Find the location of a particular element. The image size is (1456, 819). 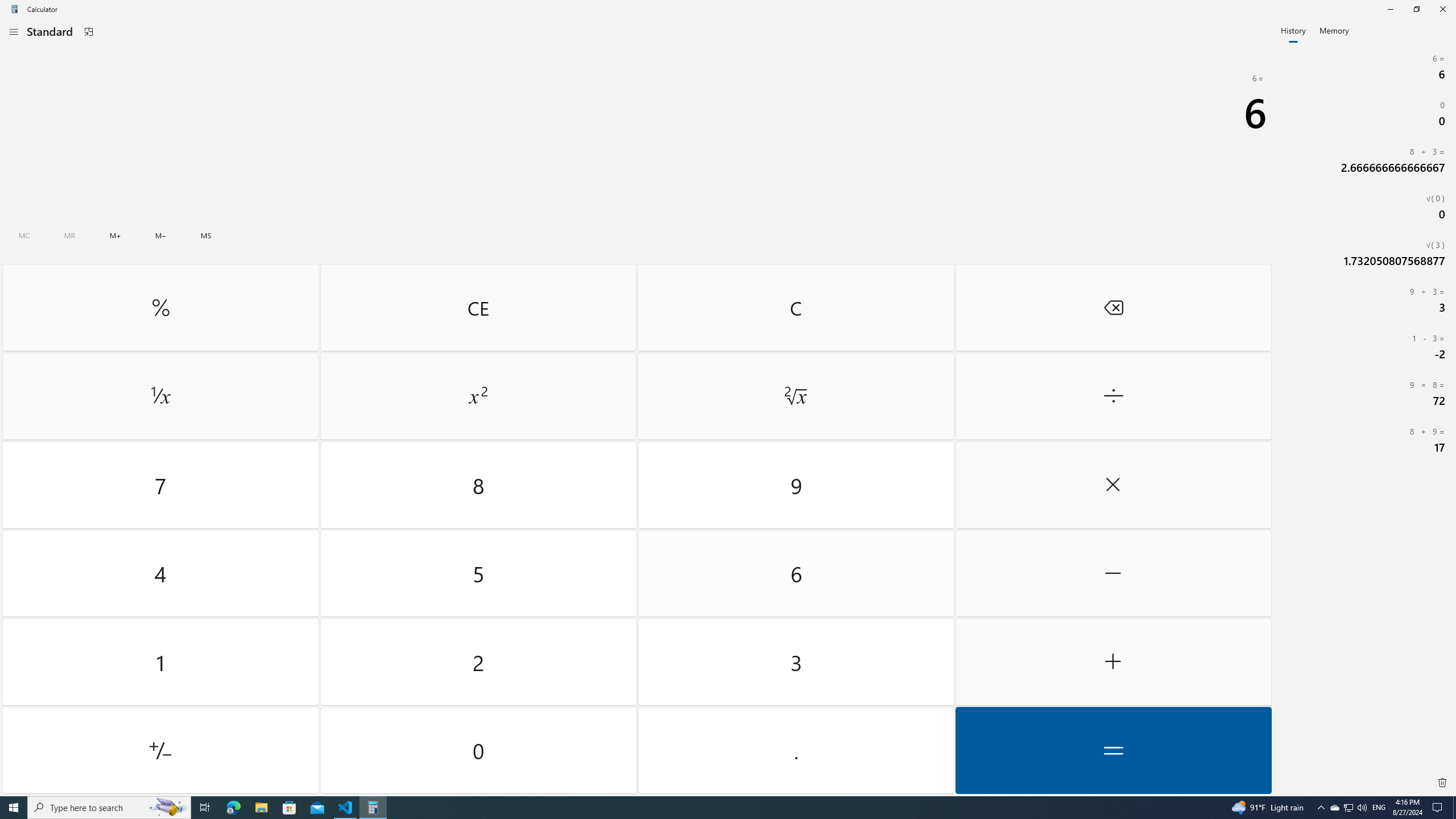

'Square' is located at coordinates (477, 396).